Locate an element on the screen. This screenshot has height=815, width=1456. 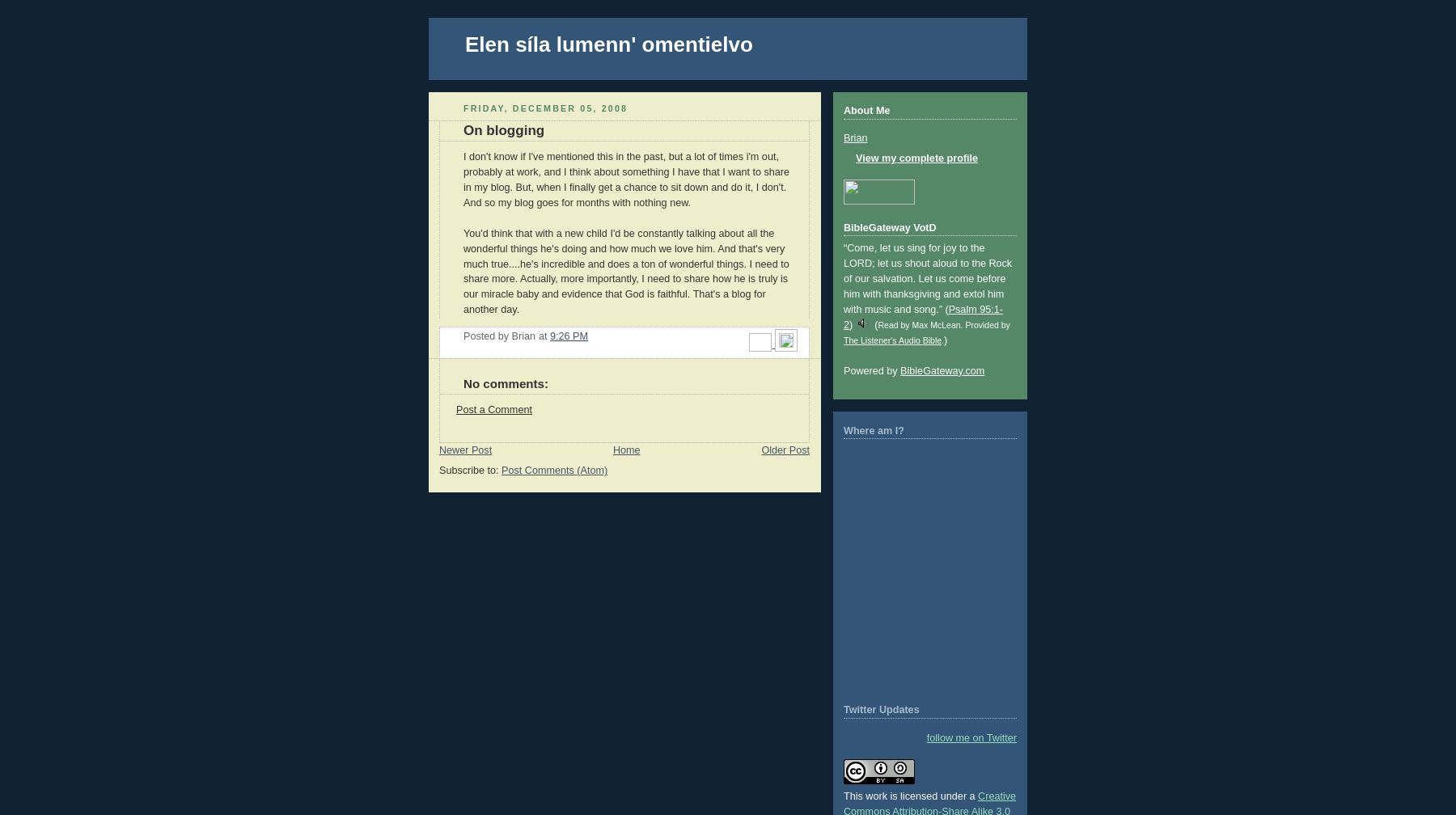
'Powered by' is located at coordinates (843, 370).